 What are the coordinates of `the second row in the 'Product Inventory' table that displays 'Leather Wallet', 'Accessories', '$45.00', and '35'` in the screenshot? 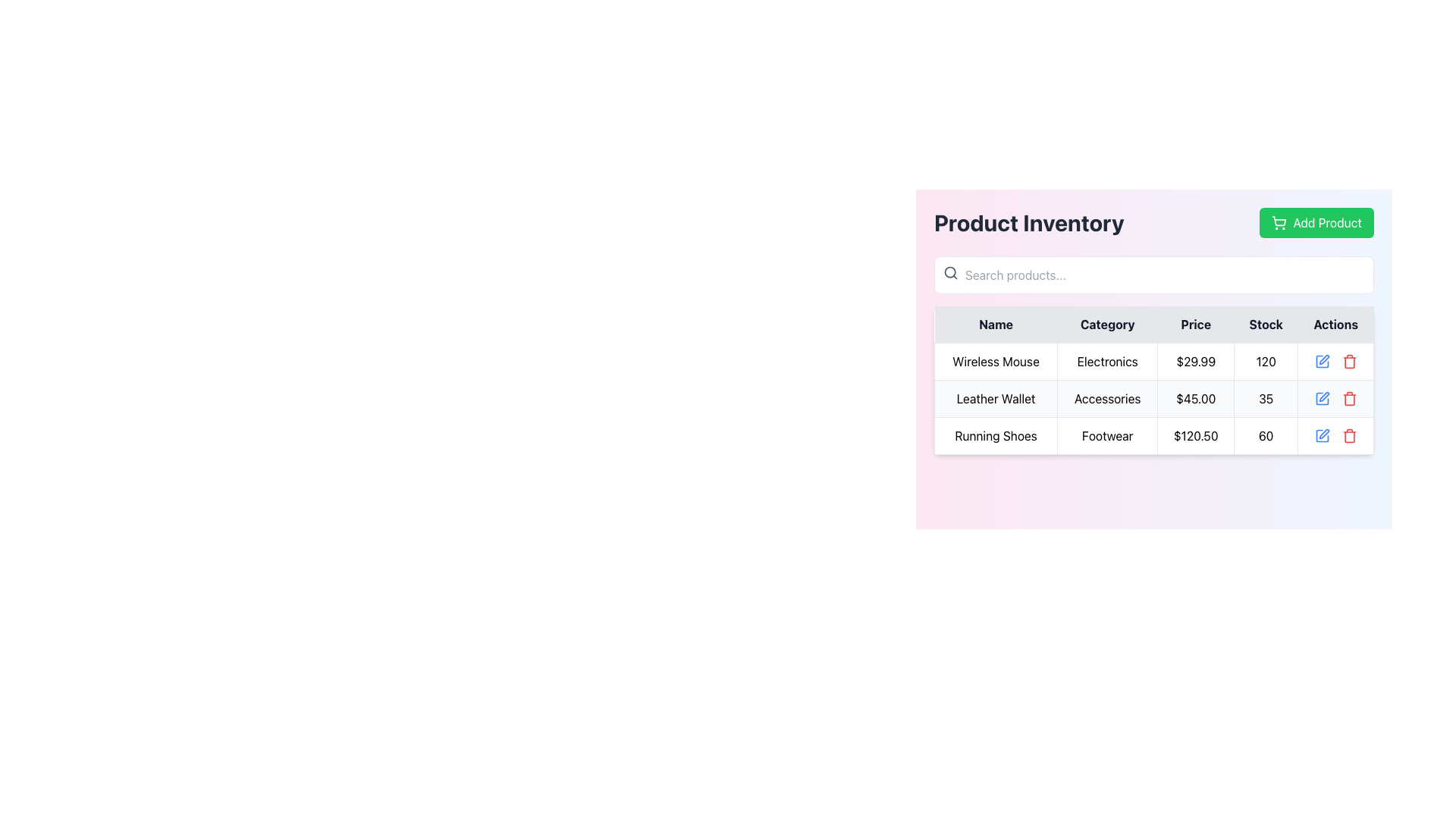 It's located at (1153, 397).